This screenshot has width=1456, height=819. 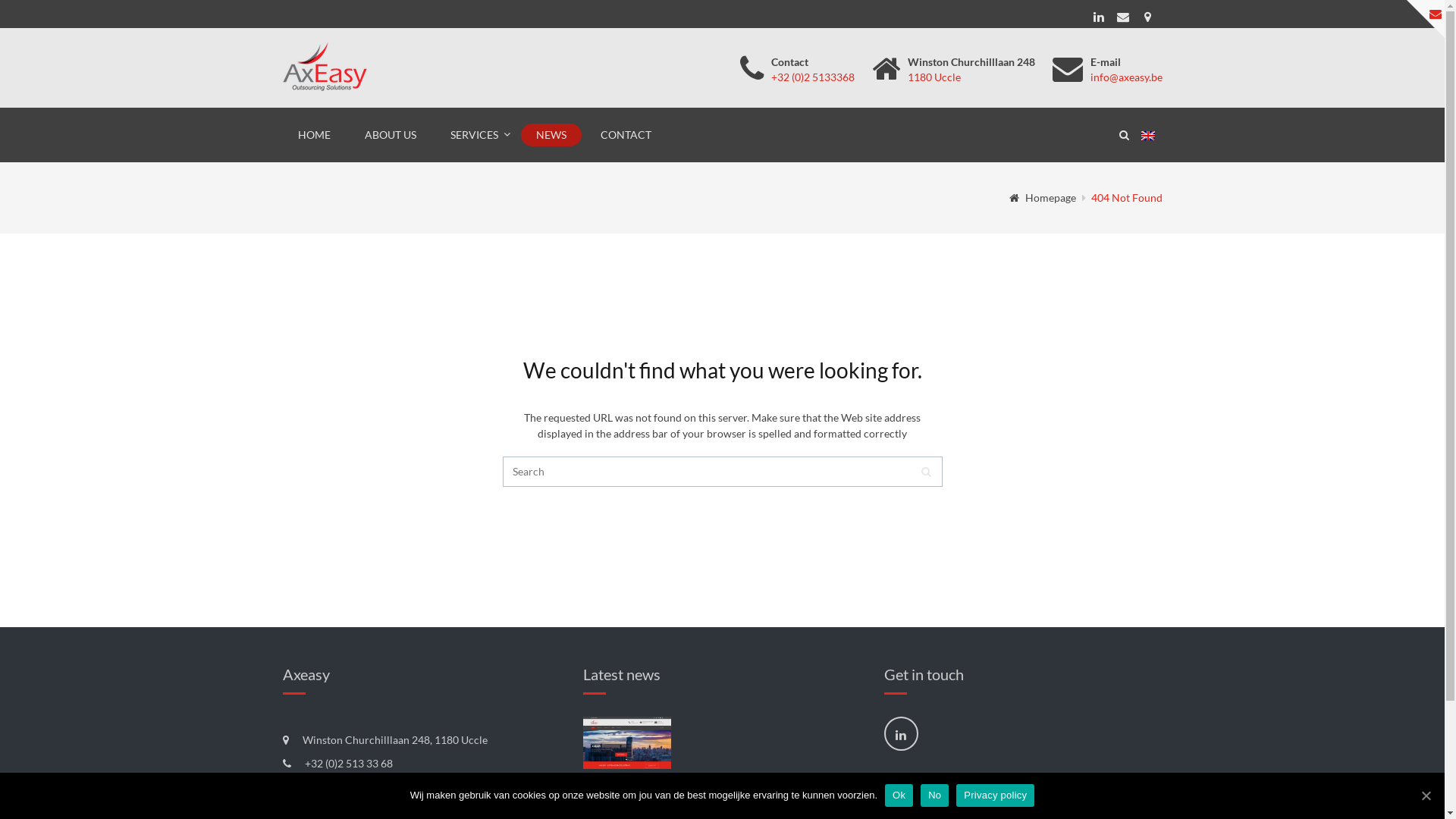 What do you see at coordinates (1090, 77) in the screenshot?
I see `'info@axeasy.be'` at bounding box center [1090, 77].